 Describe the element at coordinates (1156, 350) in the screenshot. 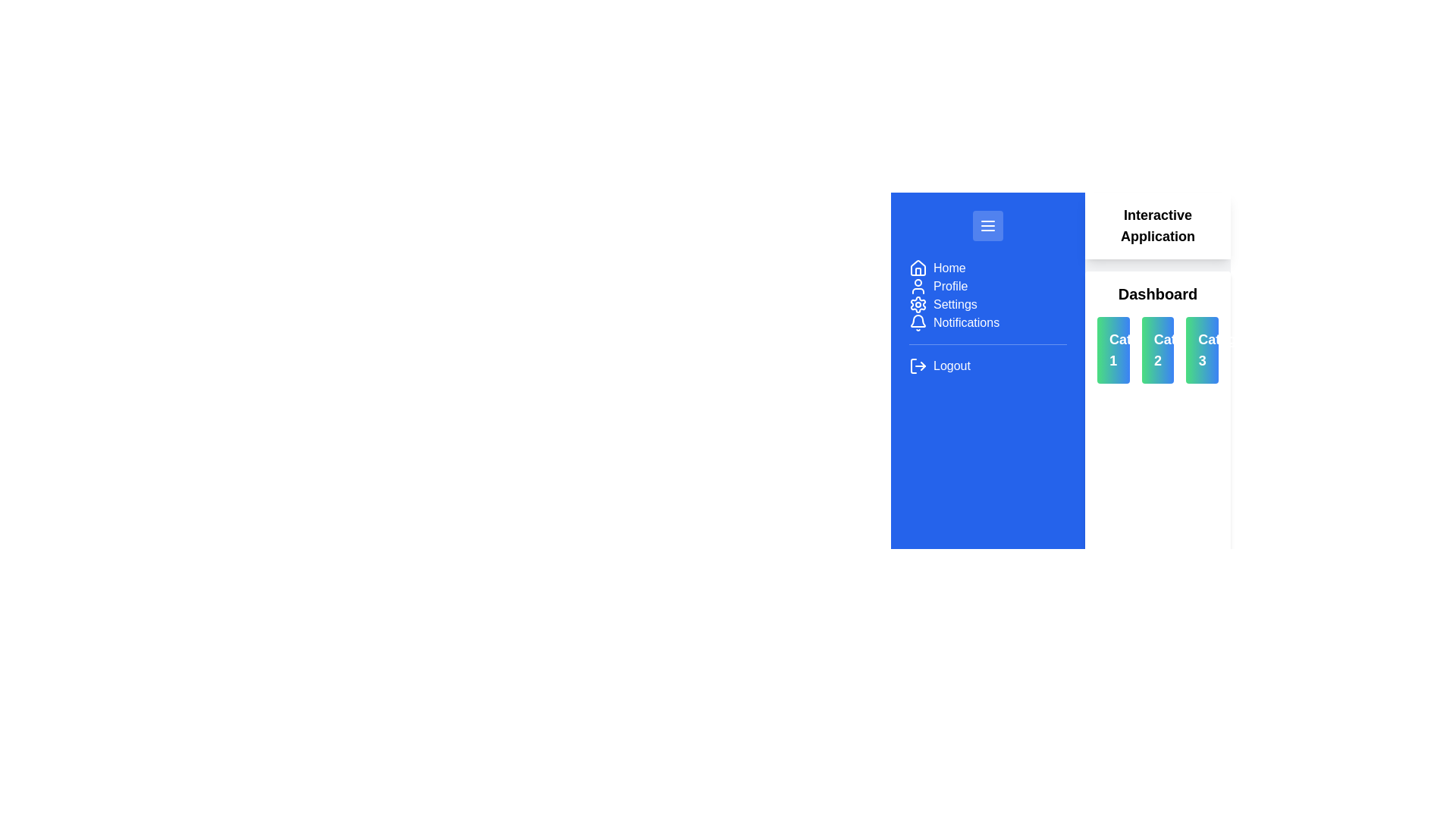

I see `the 'Category 2' button, which is a rectangular button with a gradient background transitioning from green to blue and contains the text 'Category 2' in white, bold font` at that location.